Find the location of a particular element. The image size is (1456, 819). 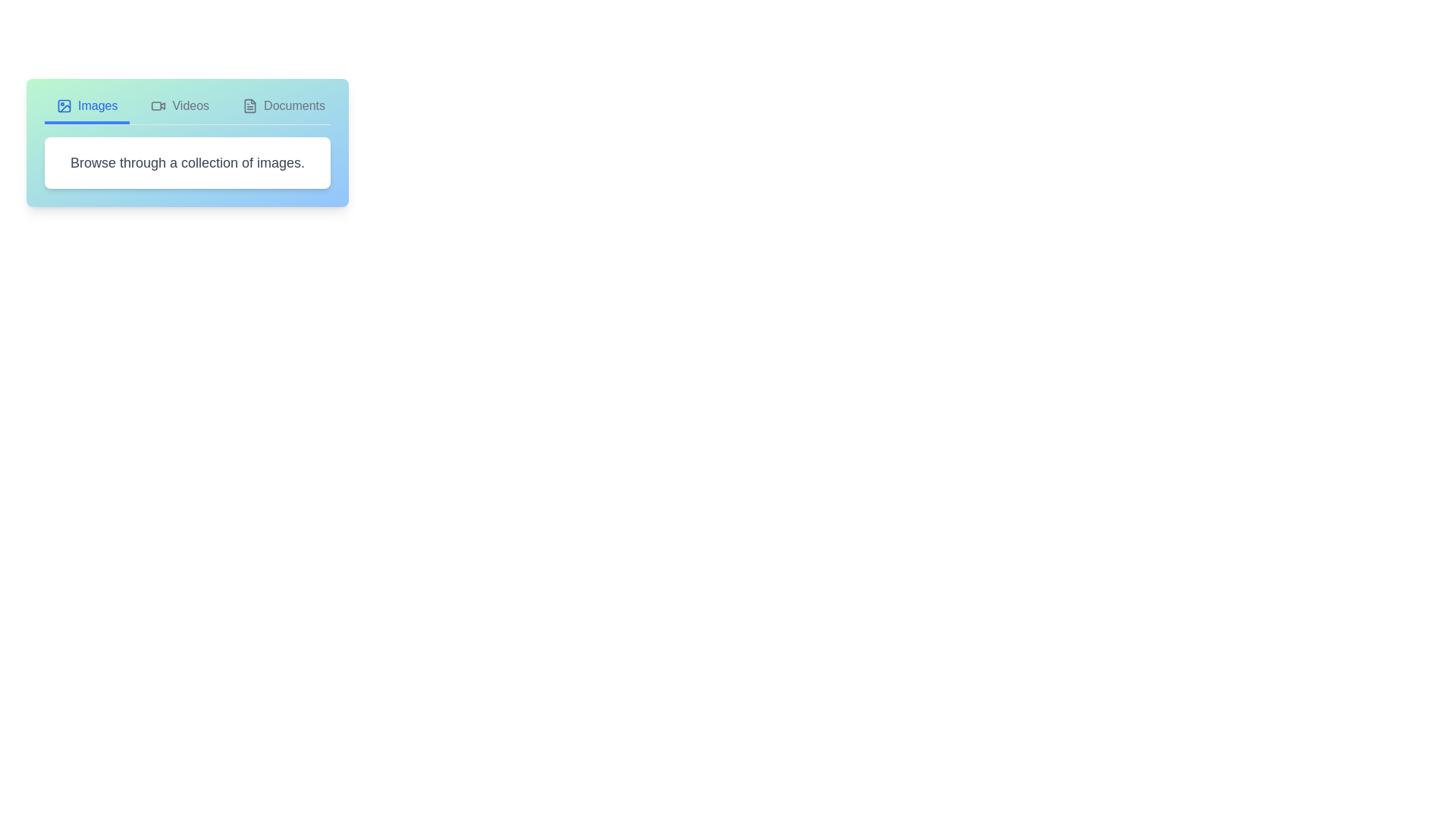

the Images tab to switch to the corresponding view is located at coordinates (86, 110).